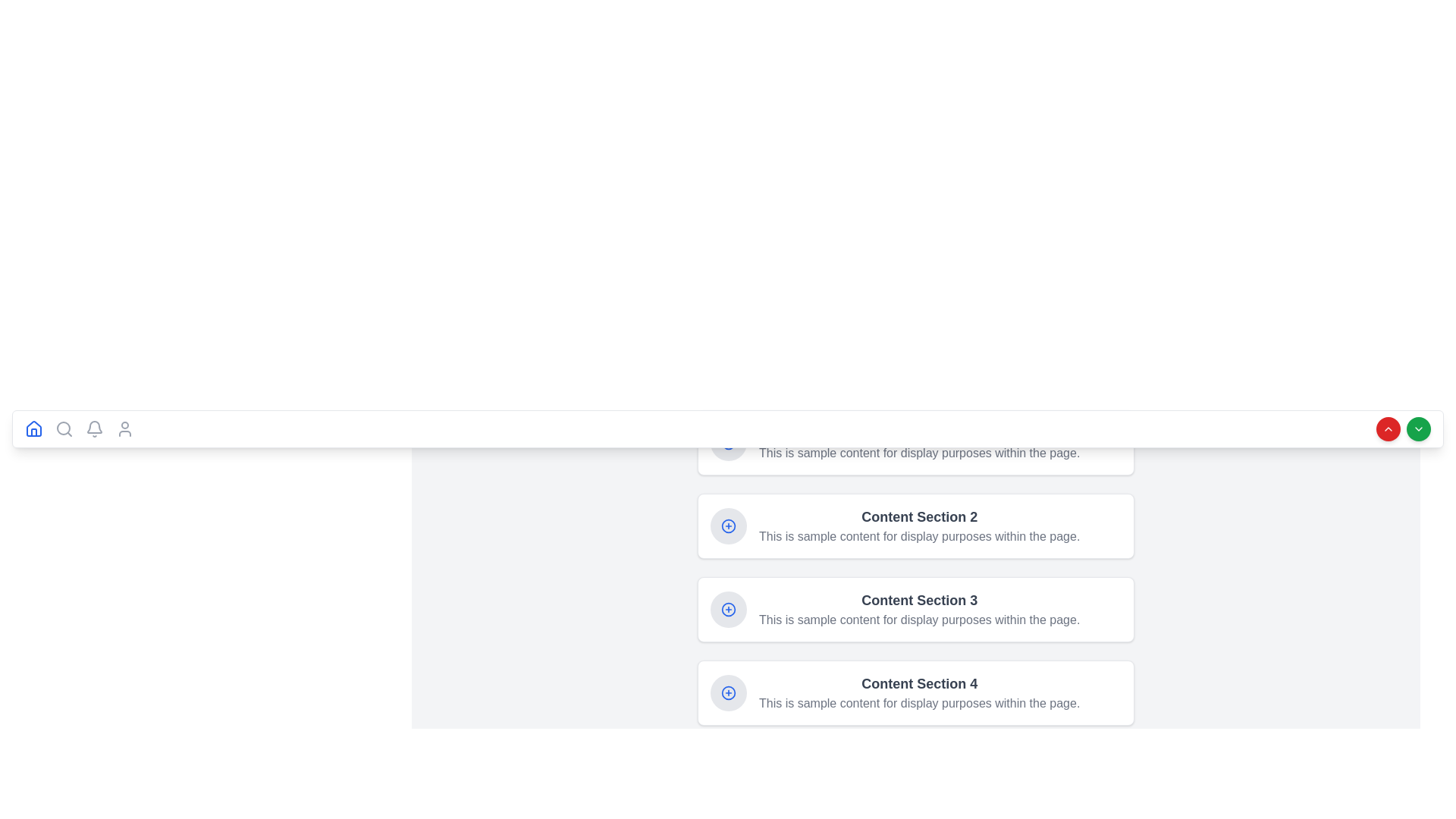 The image size is (1456, 819). Describe the element at coordinates (728, 442) in the screenshot. I see `the interactive button located in 'Content Section 1'` at that location.